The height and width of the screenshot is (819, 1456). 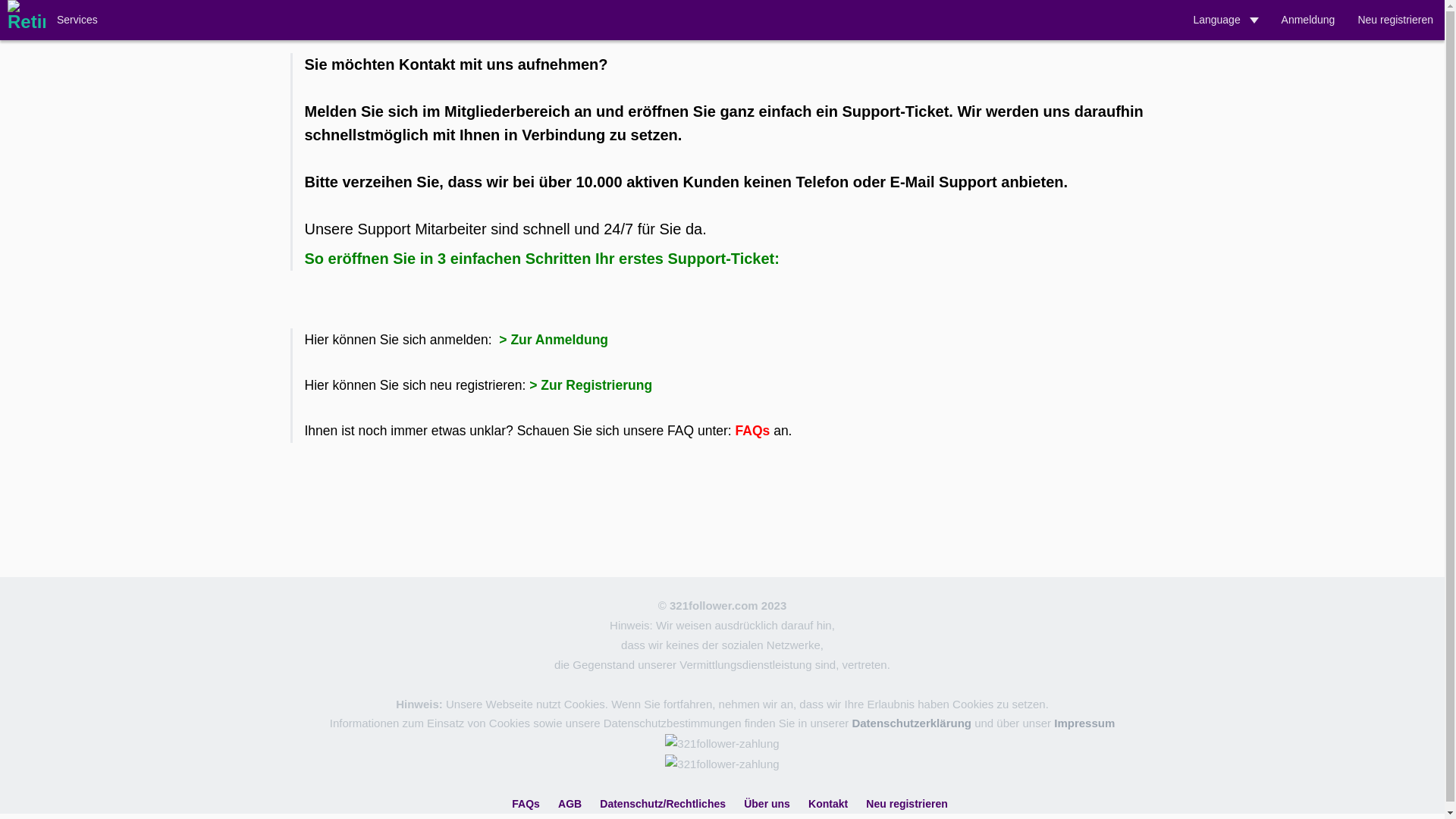 I want to click on '> Zur Anmeldung', so click(x=494, y=338).